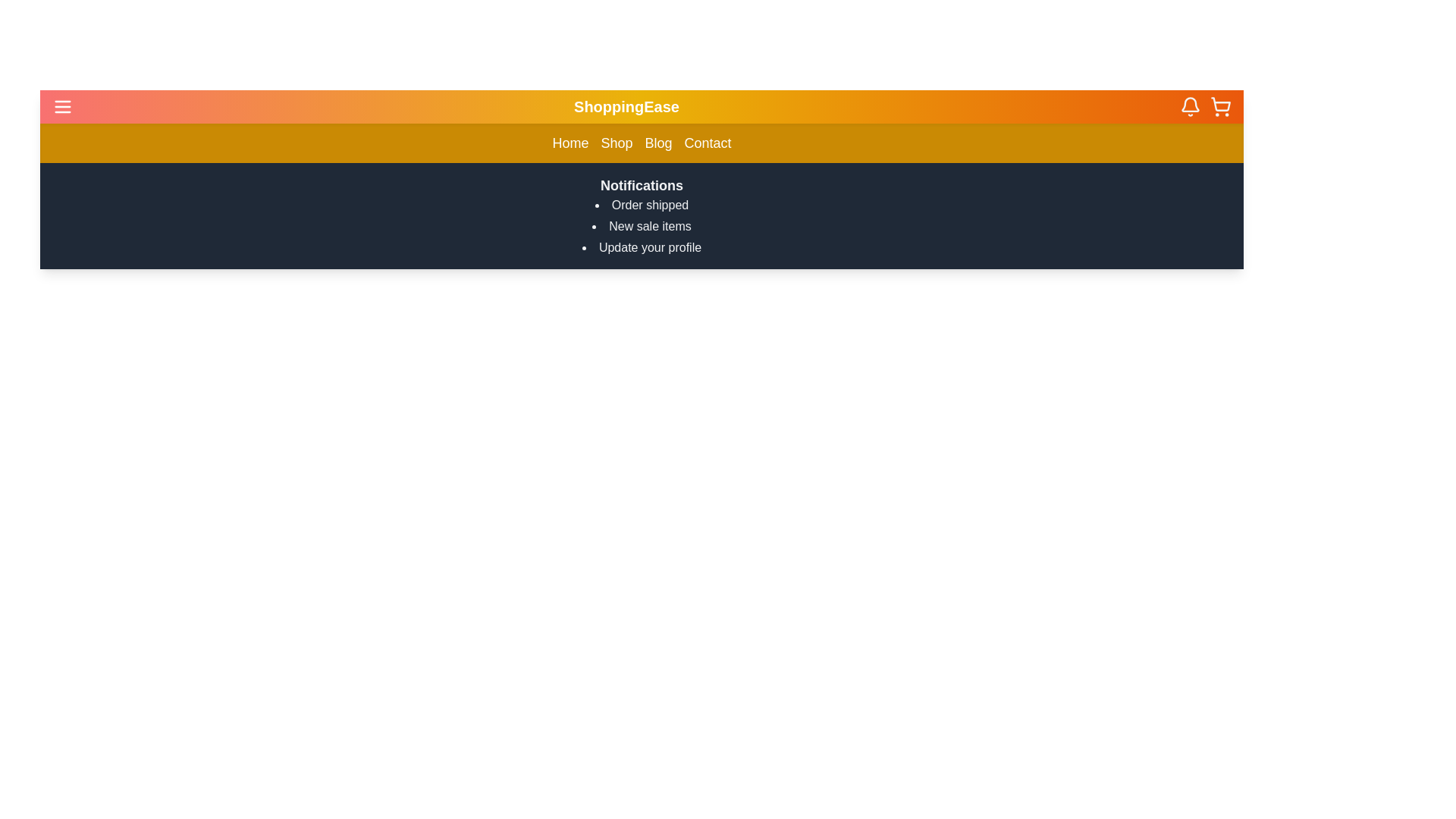 This screenshot has height=819, width=1456. I want to click on the 'Contact' text label in the horizontal navigation bar, so click(707, 143).